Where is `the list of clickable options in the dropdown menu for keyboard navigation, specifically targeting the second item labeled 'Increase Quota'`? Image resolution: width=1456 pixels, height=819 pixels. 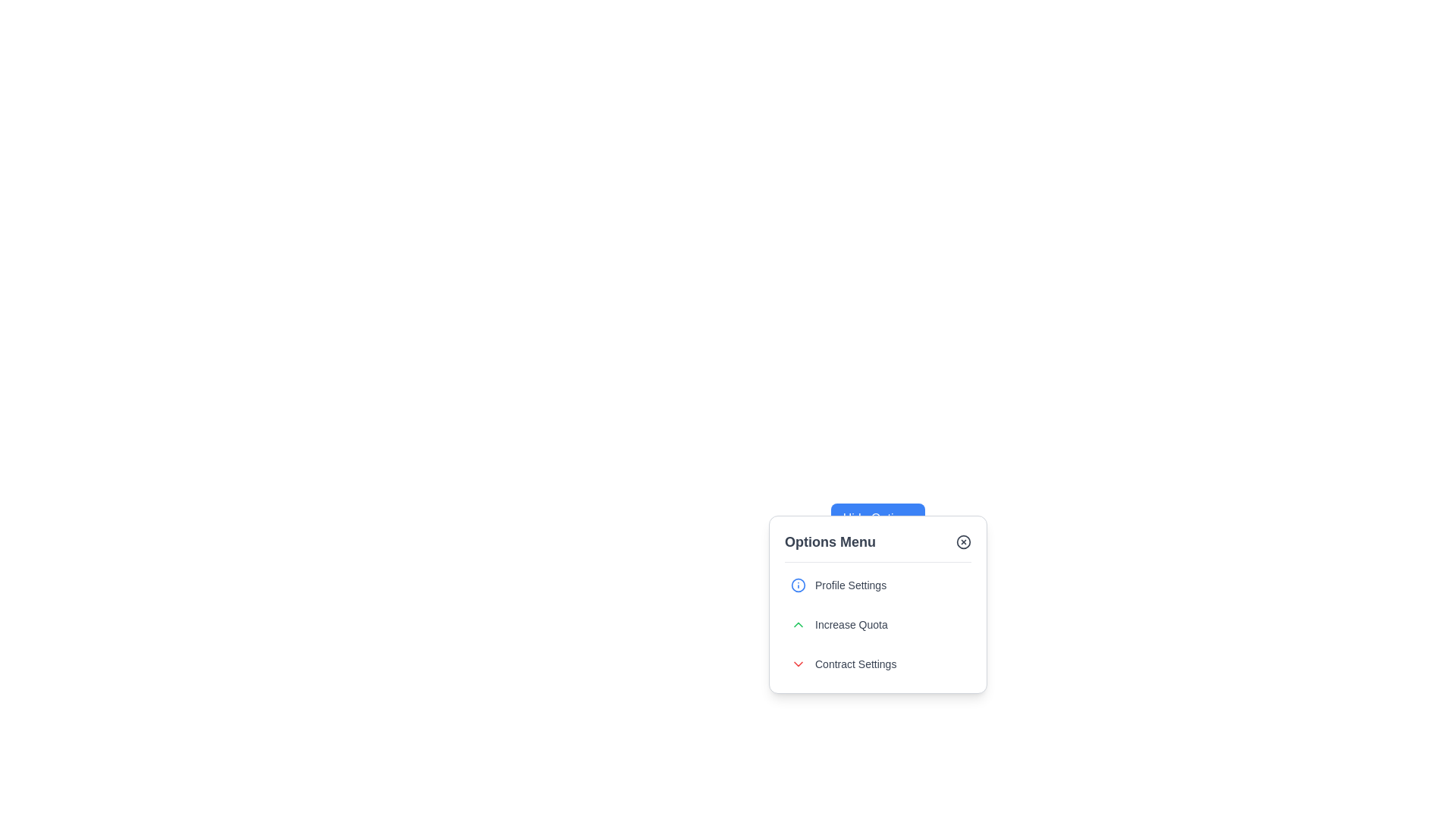 the list of clickable options in the dropdown menu for keyboard navigation, specifically targeting the second item labeled 'Increase Quota' is located at coordinates (877, 625).